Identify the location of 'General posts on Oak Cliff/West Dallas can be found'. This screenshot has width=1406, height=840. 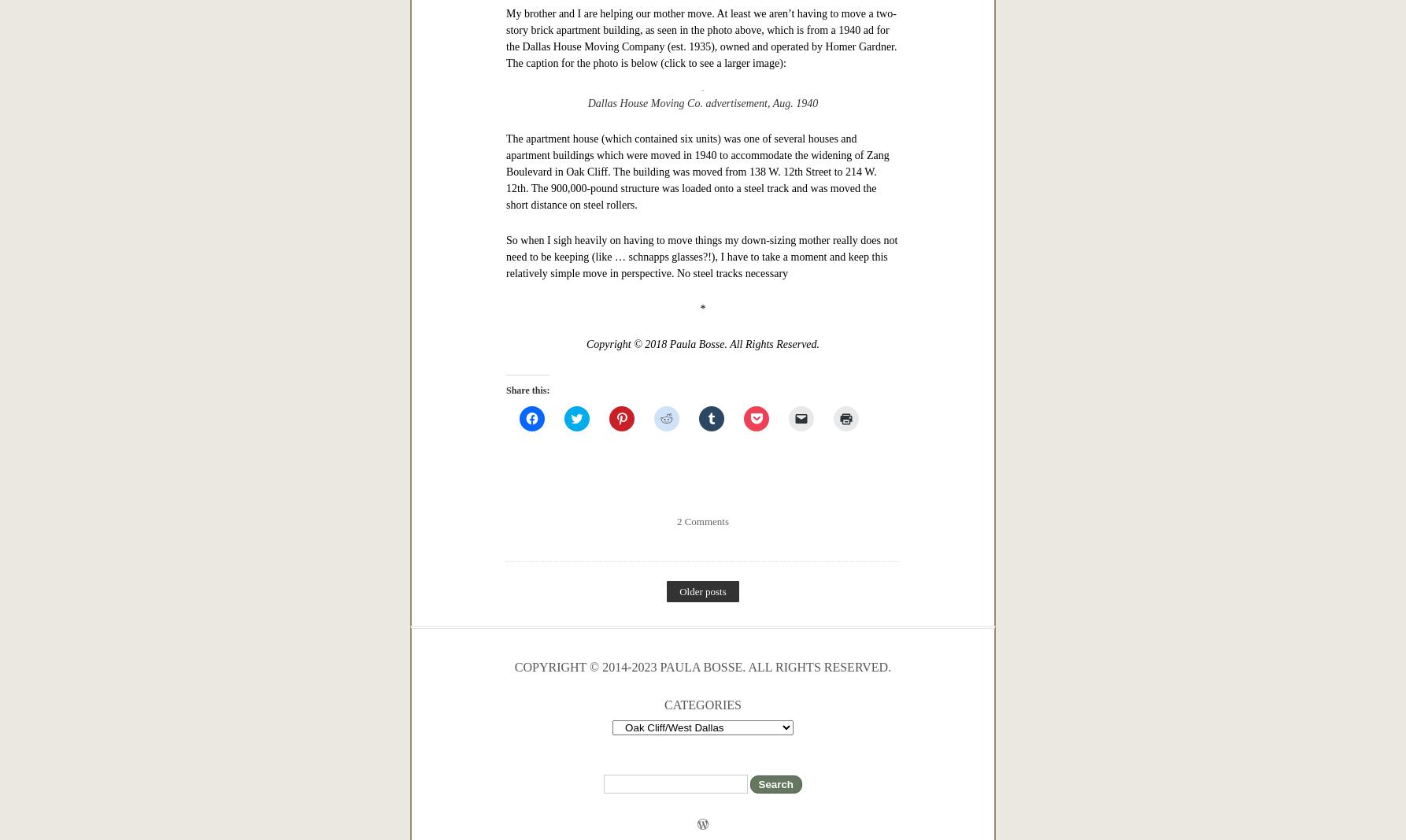
(623, 8).